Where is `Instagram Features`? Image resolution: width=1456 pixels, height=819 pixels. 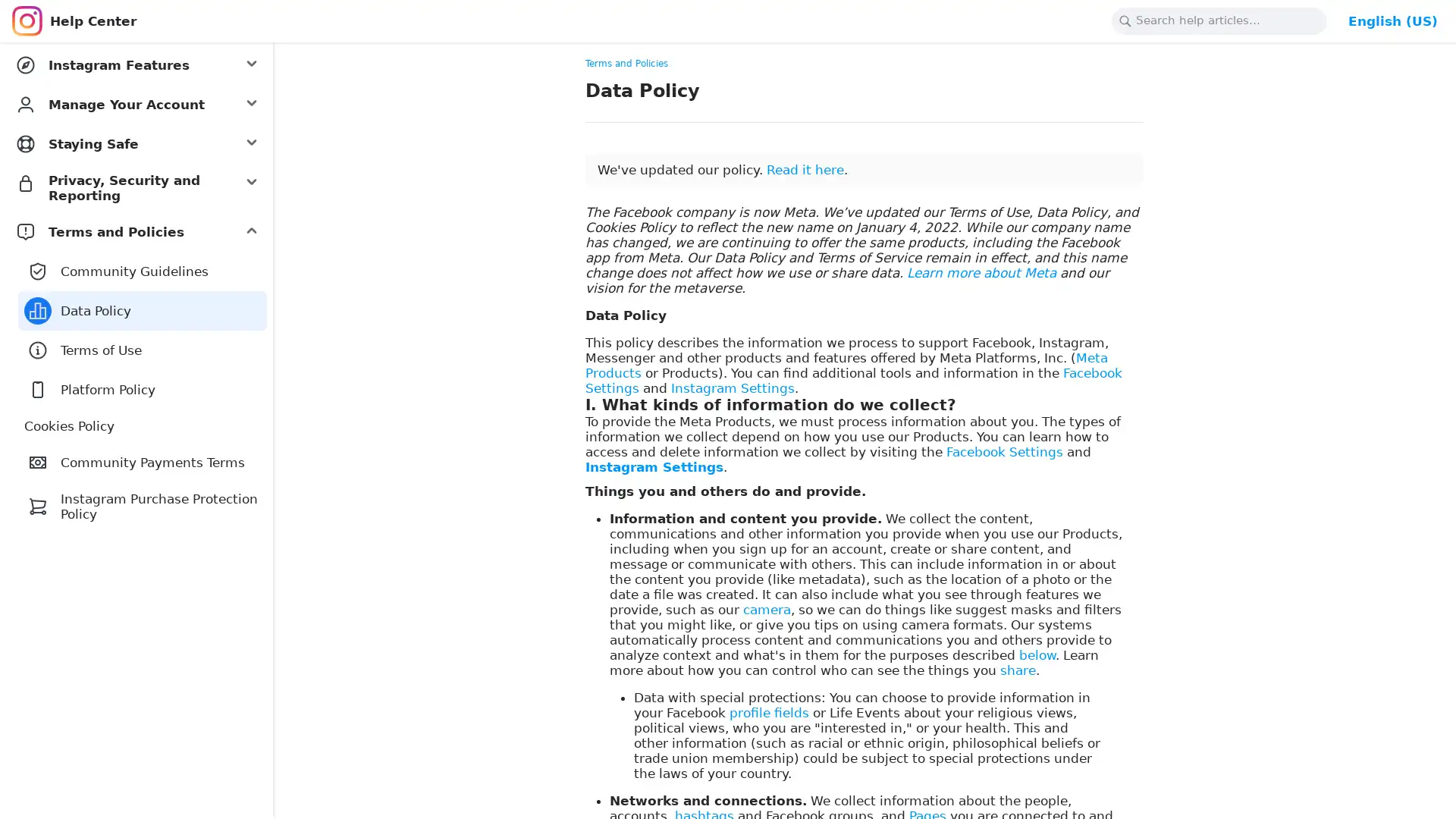
Instagram Features is located at coordinates (136, 64).